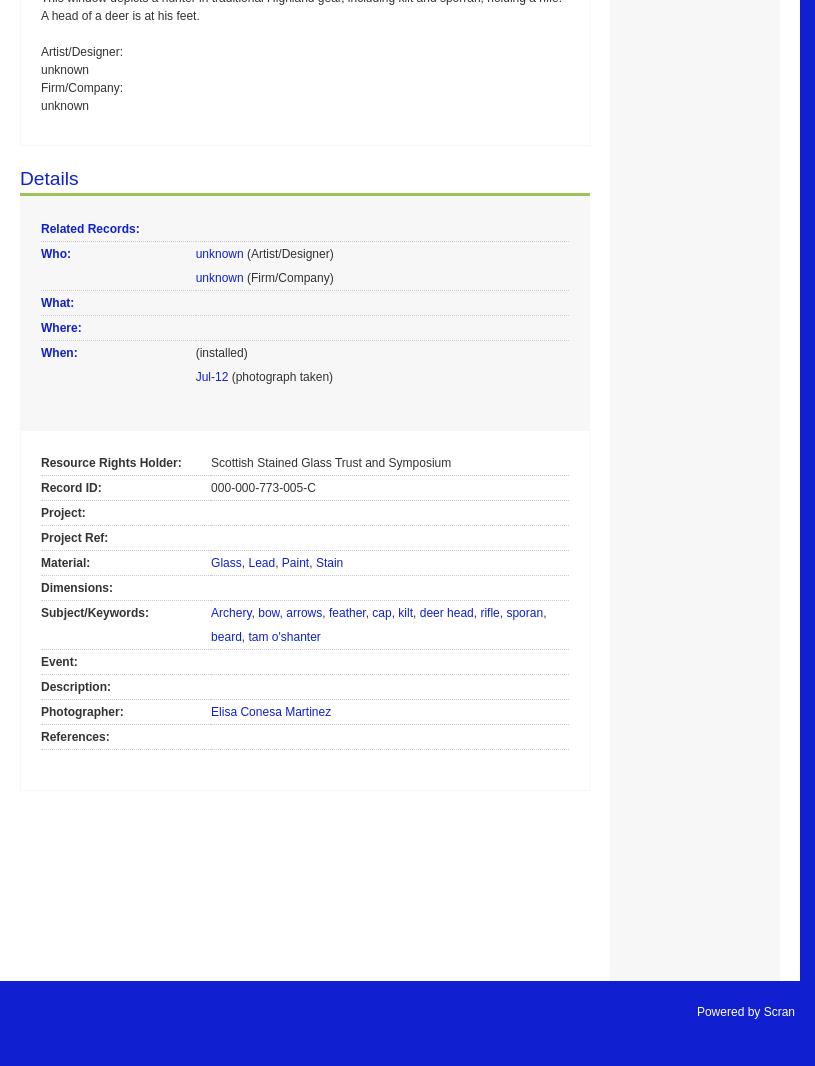 This screenshot has height=1066, width=815. Describe the element at coordinates (73, 536) in the screenshot. I see `'Project Ref:'` at that location.